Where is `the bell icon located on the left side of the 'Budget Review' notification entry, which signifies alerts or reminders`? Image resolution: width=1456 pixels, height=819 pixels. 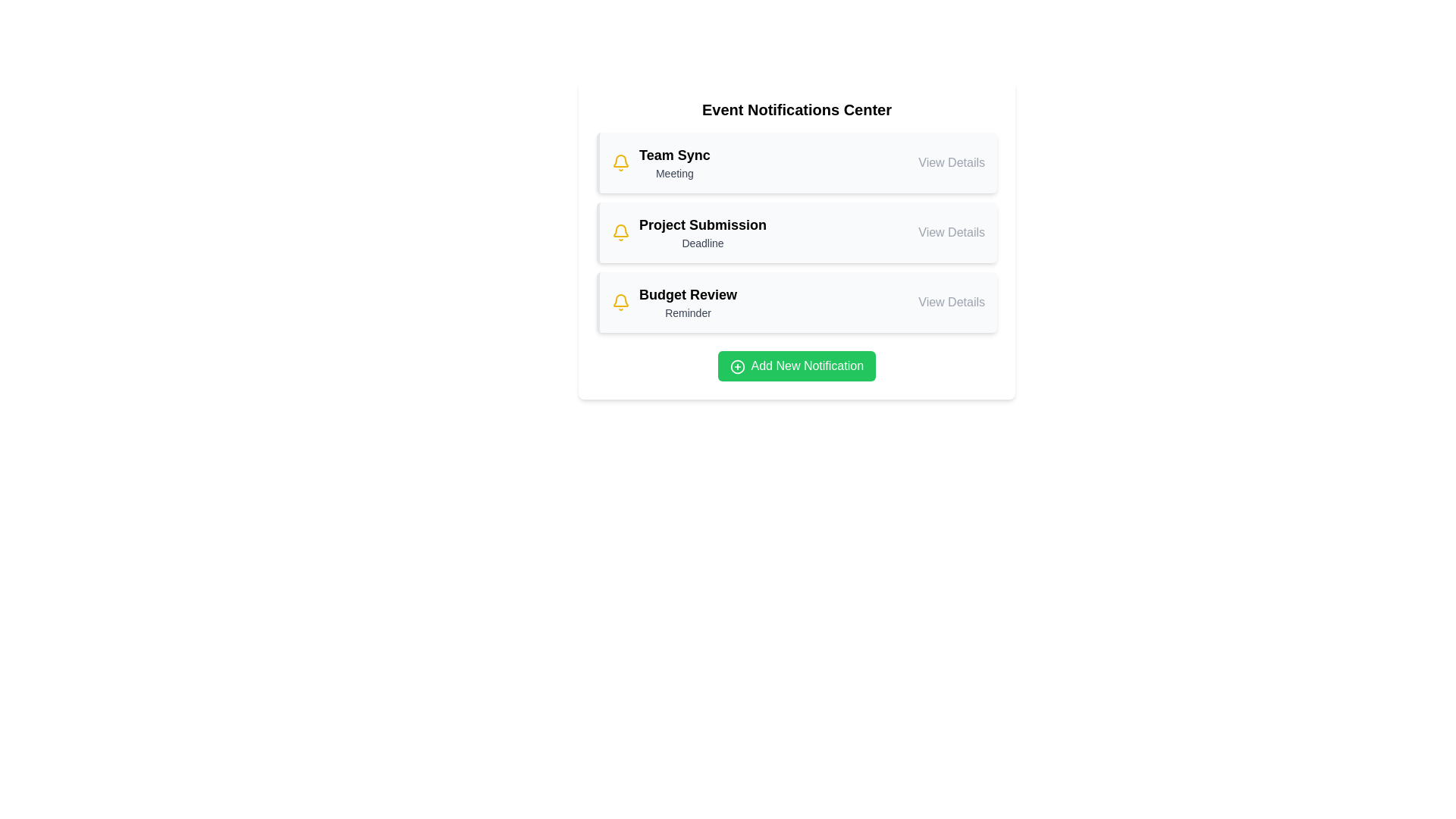
the bell icon located on the left side of the 'Budget Review' notification entry, which signifies alerts or reminders is located at coordinates (621, 302).